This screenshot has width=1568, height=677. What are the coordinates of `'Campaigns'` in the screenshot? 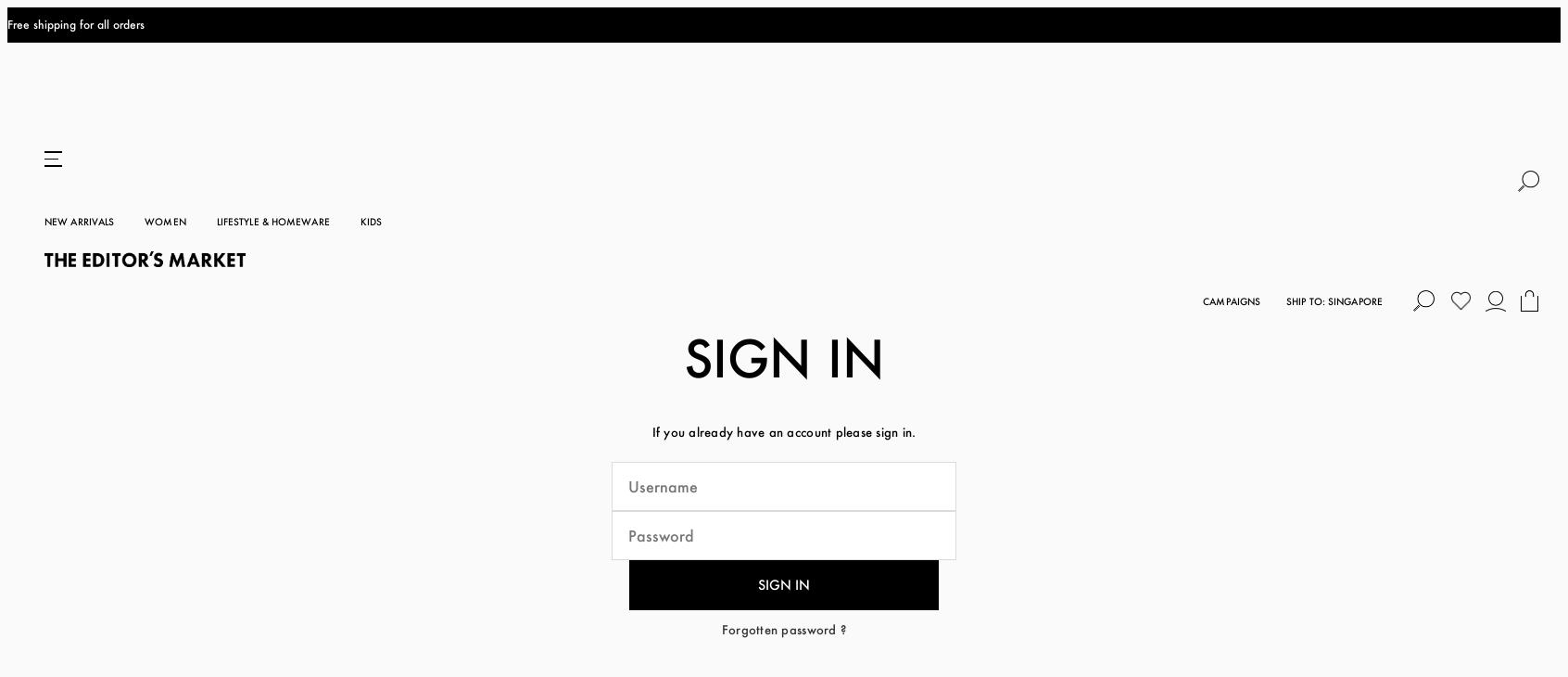 It's located at (1201, 152).